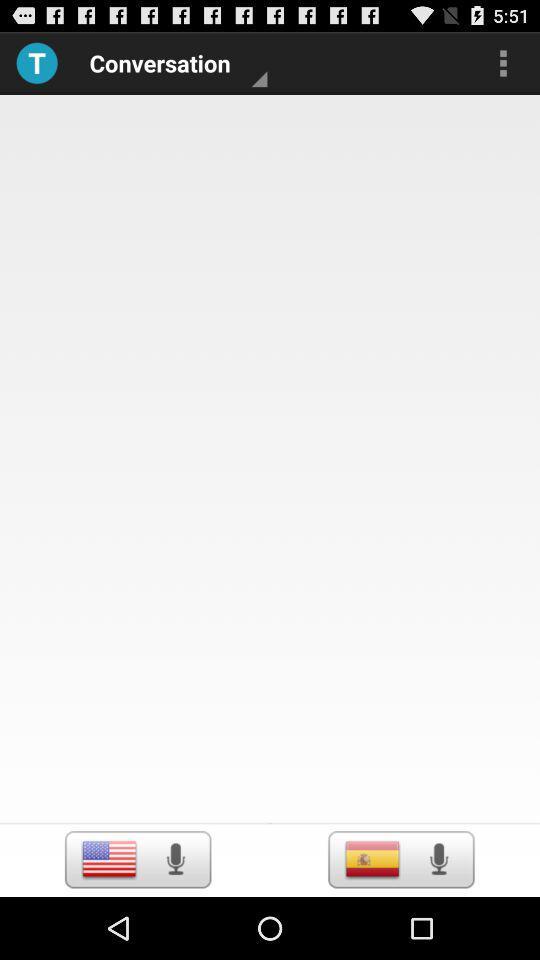 The height and width of the screenshot is (960, 540). What do you see at coordinates (109, 858) in the screenshot?
I see `american english` at bounding box center [109, 858].